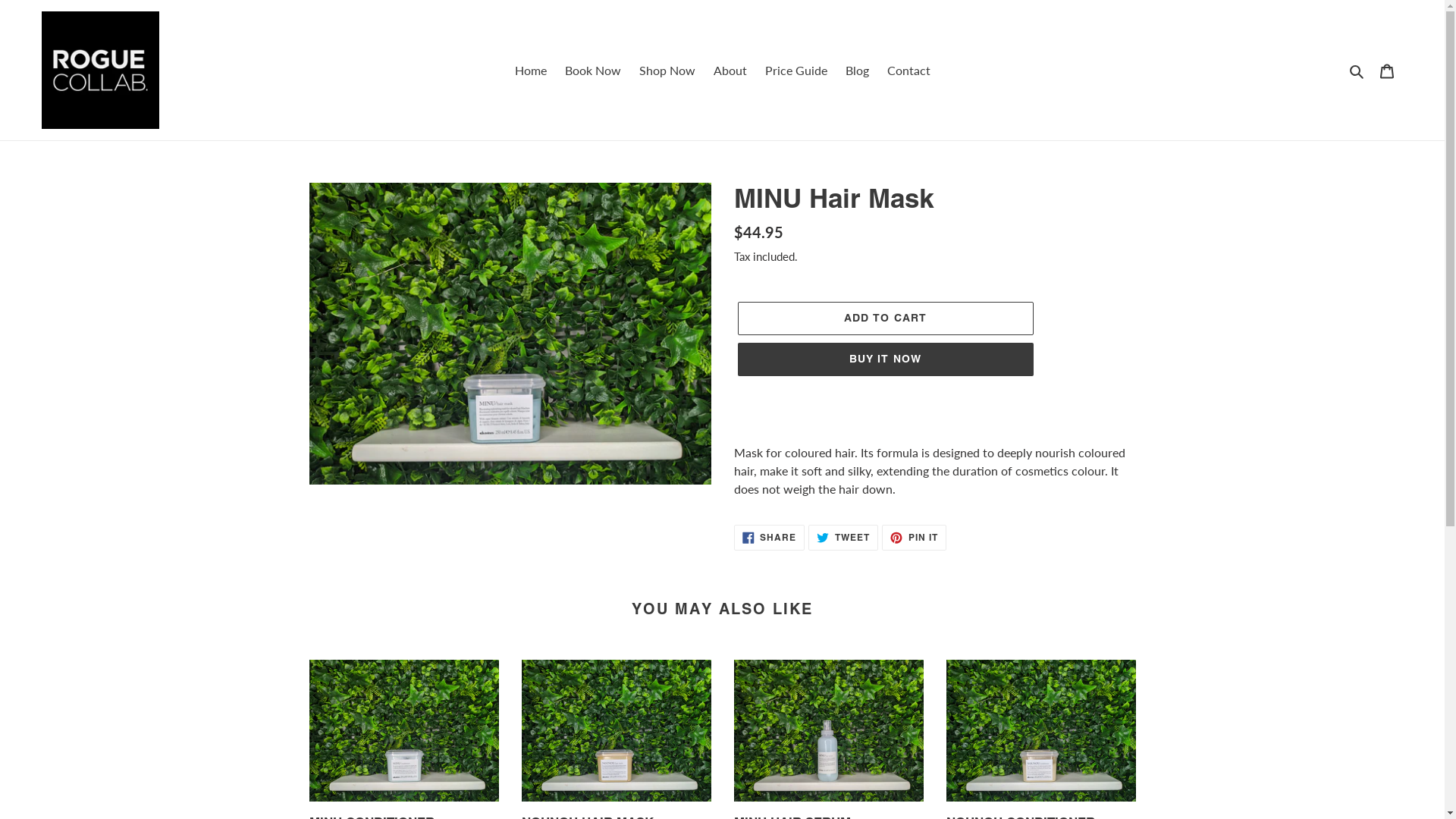 Image resolution: width=1456 pixels, height=819 pixels. Describe the element at coordinates (856, 70) in the screenshot. I see `'Blog'` at that location.